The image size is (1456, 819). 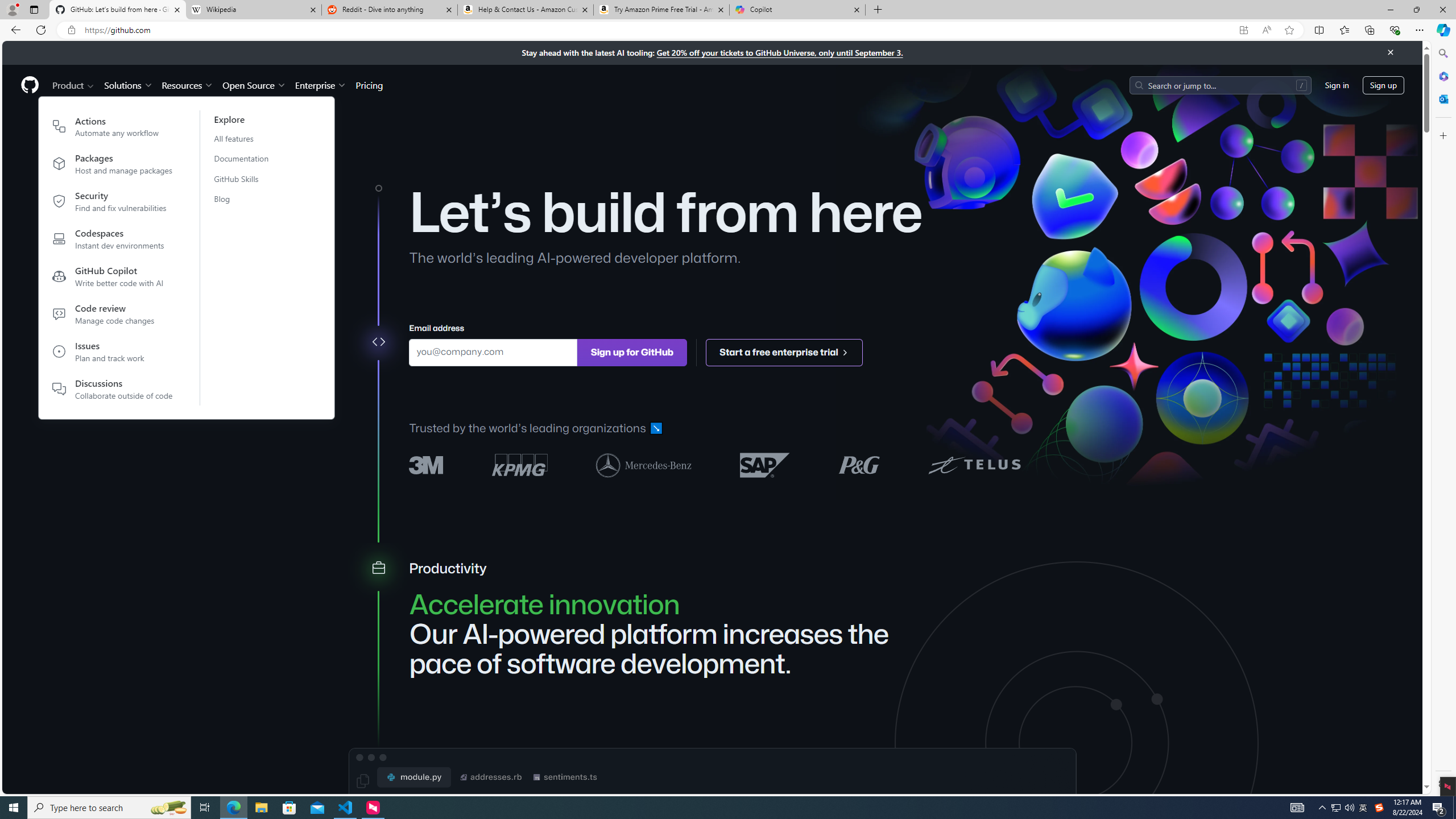 I want to click on 'App available. Install GitHub', so click(x=1243, y=30).